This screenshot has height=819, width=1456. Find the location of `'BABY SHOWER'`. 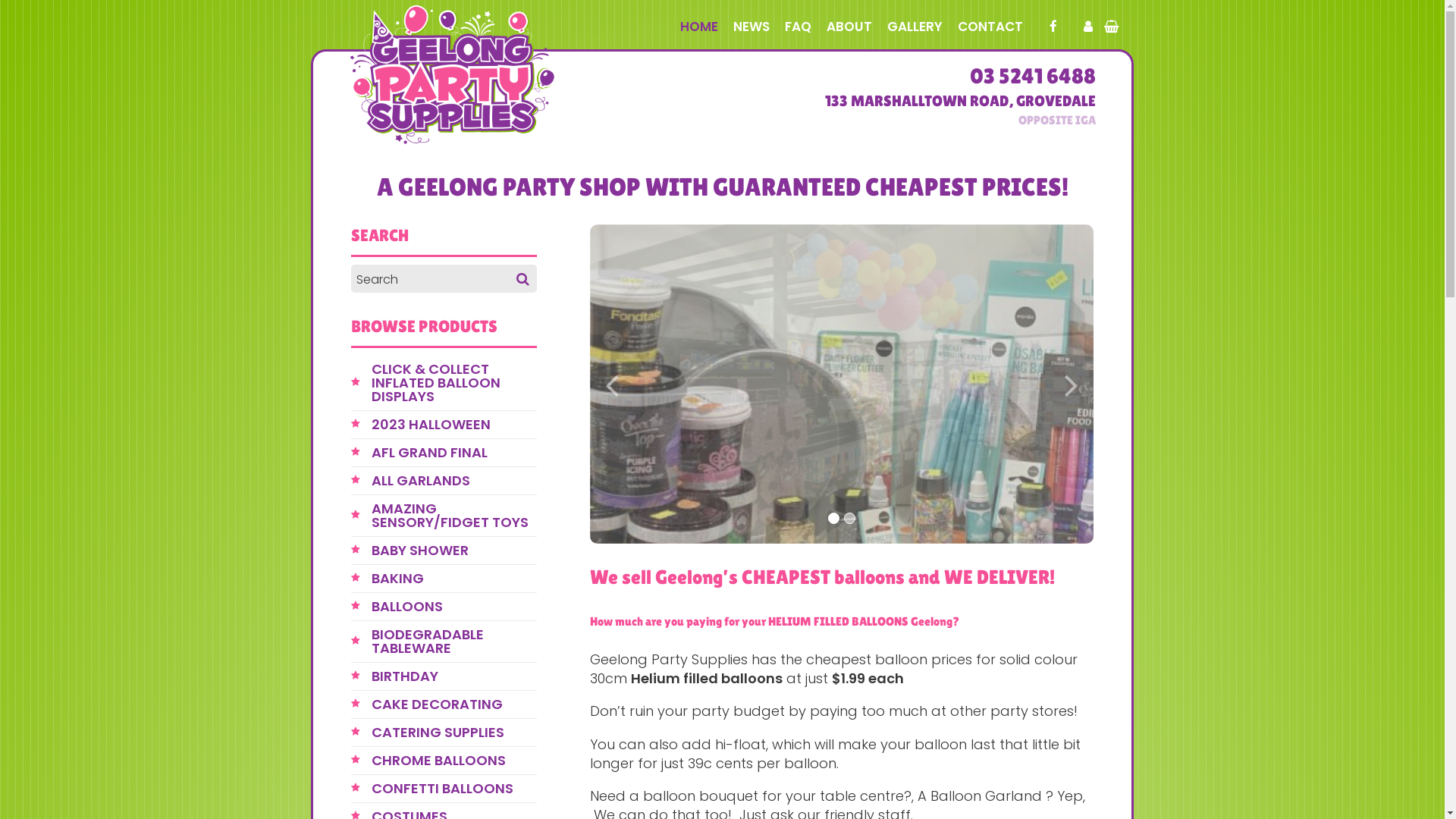

'BABY SHOWER' is located at coordinates (371, 550).